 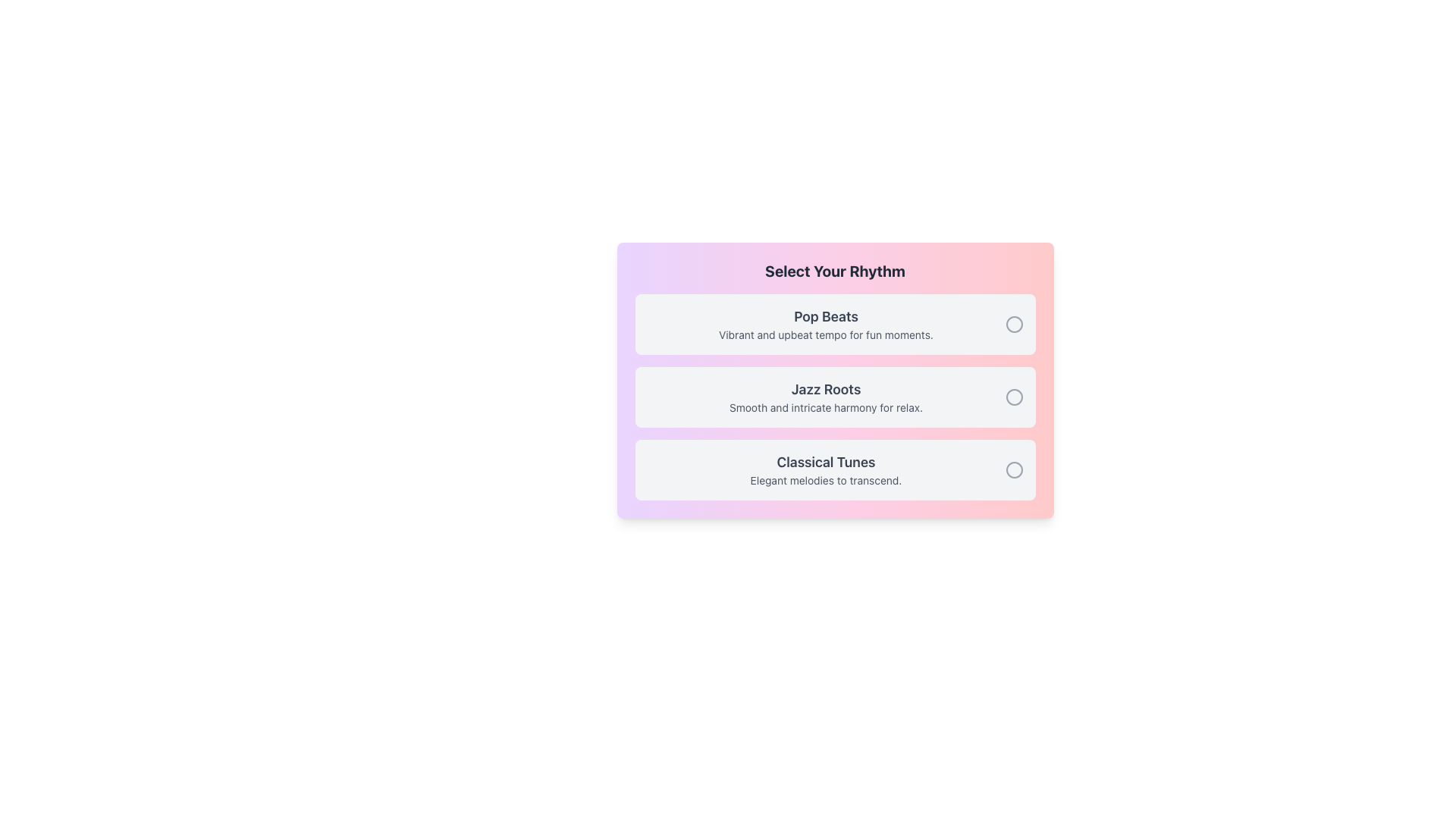 I want to click on the topmost selectable list item for 'Pop Beats' within the 'Select Your Rhythm' section to prepare for interaction, so click(x=834, y=324).